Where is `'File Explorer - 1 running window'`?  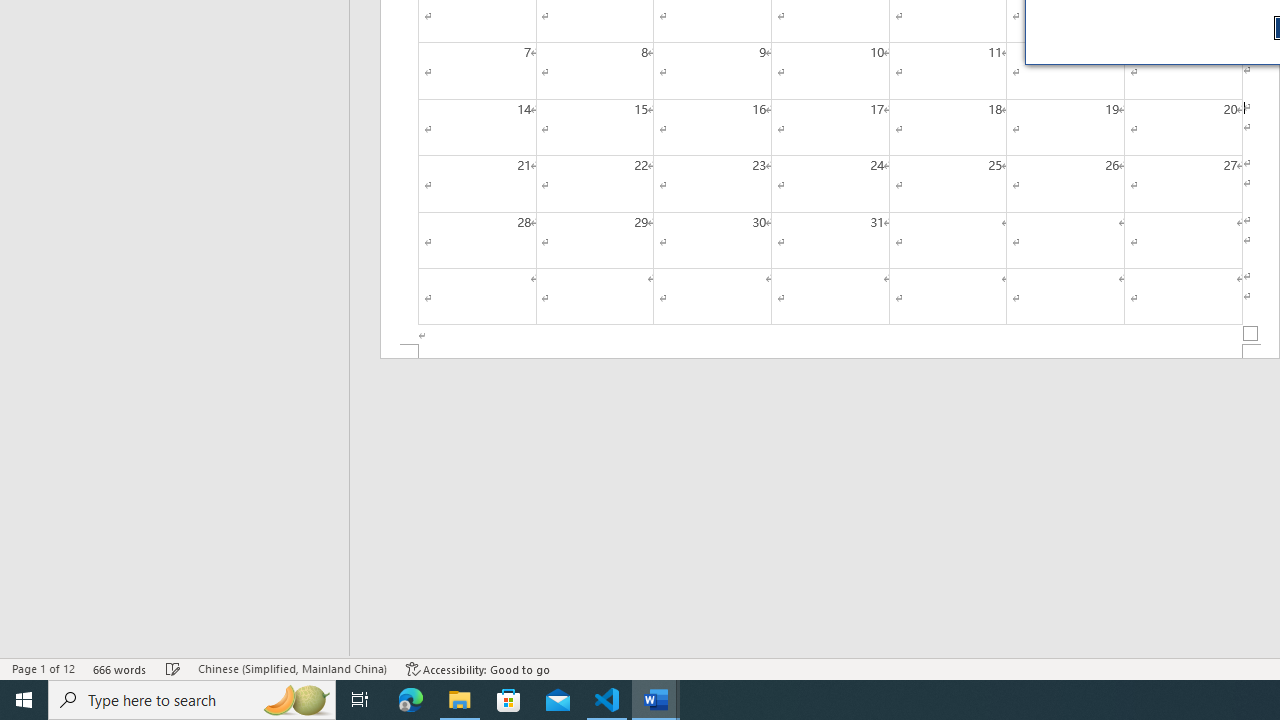 'File Explorer - 1 running window' is located at coordinates (459, 698).